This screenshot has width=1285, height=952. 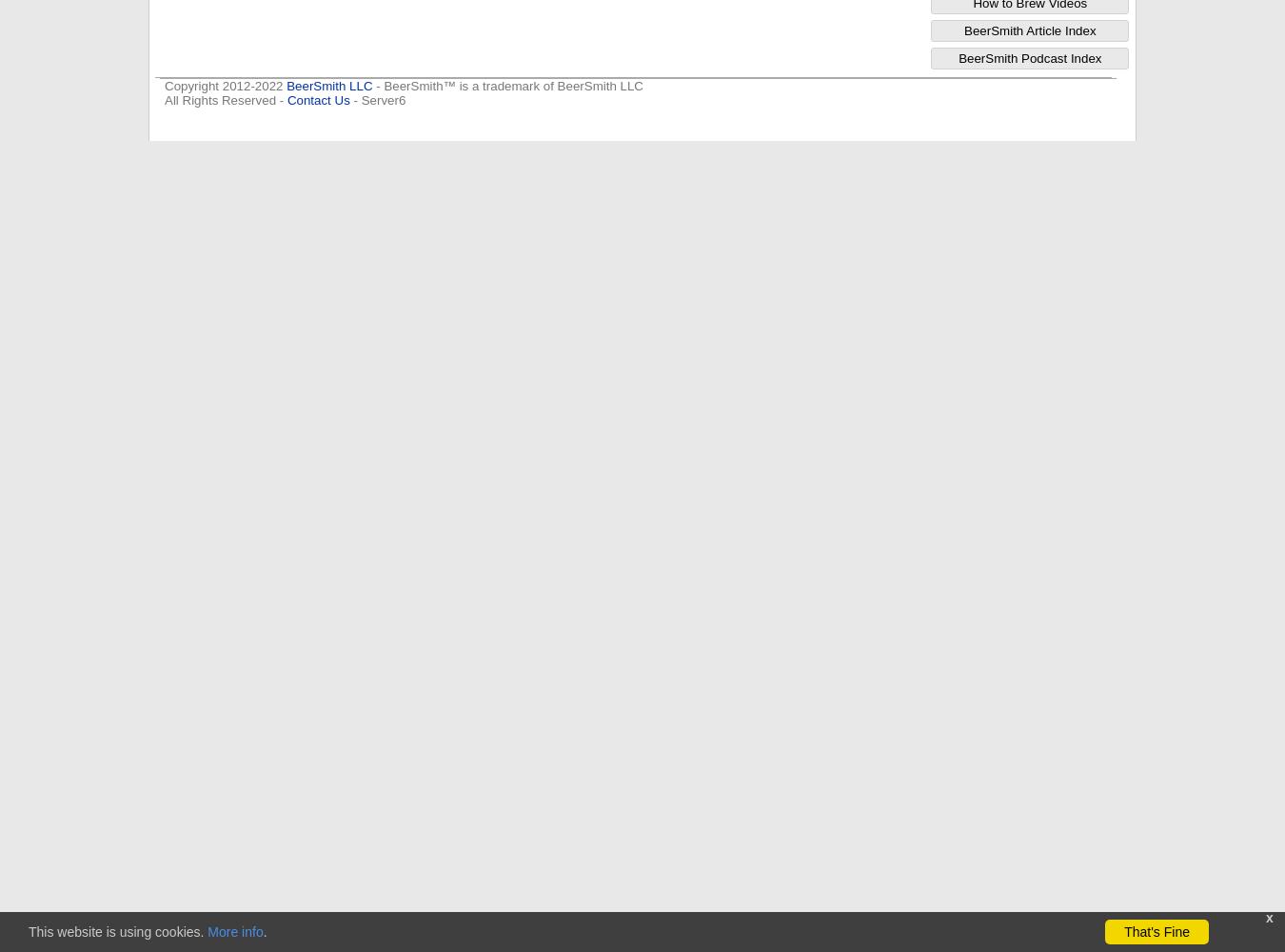 What do you see at coordinates (164, 84) in the screenshot?
I see `'Copyright 2012-2022'` at bounding box center [164, 84].